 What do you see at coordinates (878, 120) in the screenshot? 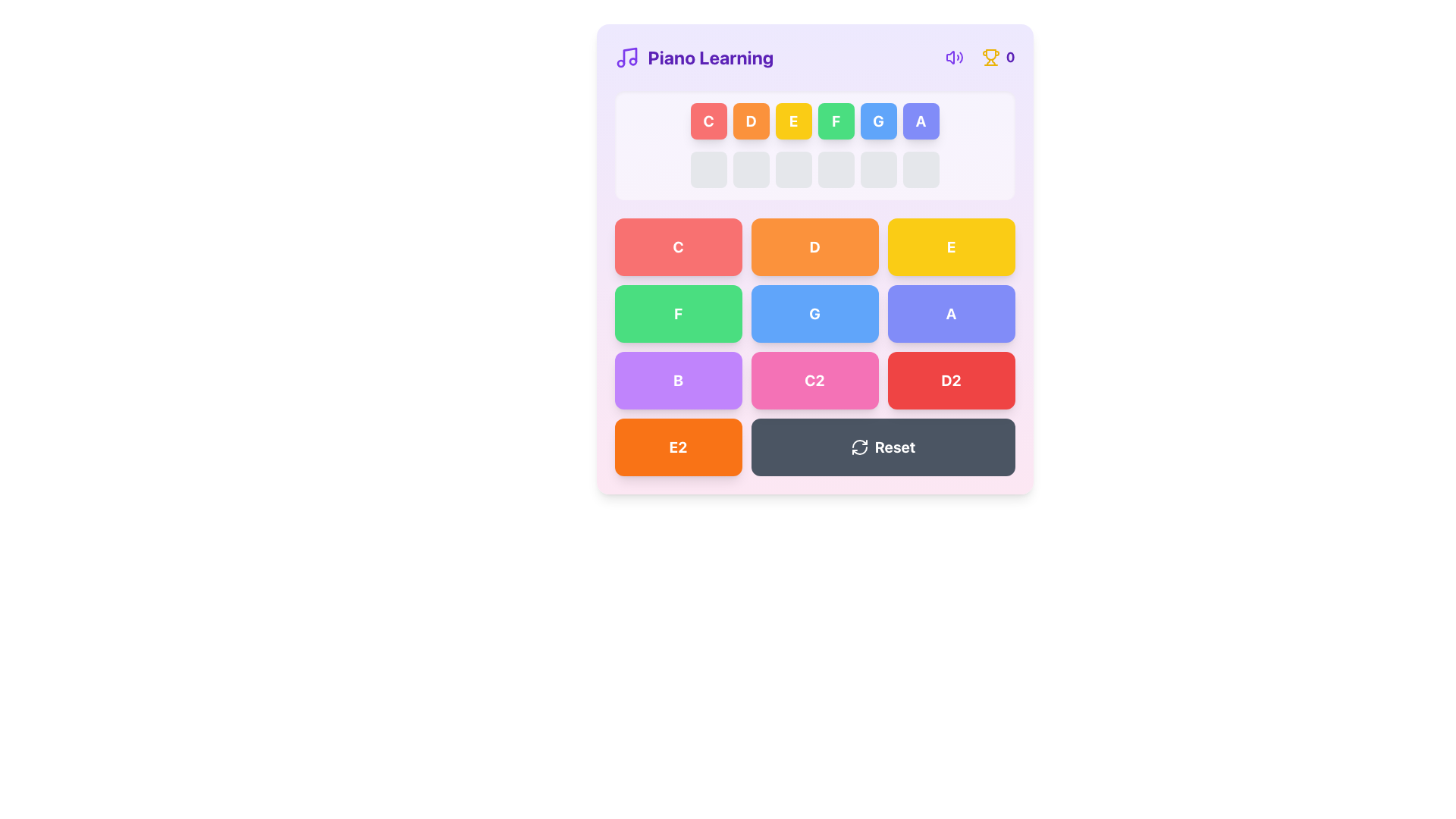
I see `the blue button with a bold white 'G' that is located between the green 'F' button and the purple 'A' button at the top of the interface` at bounding box center [878, 120].